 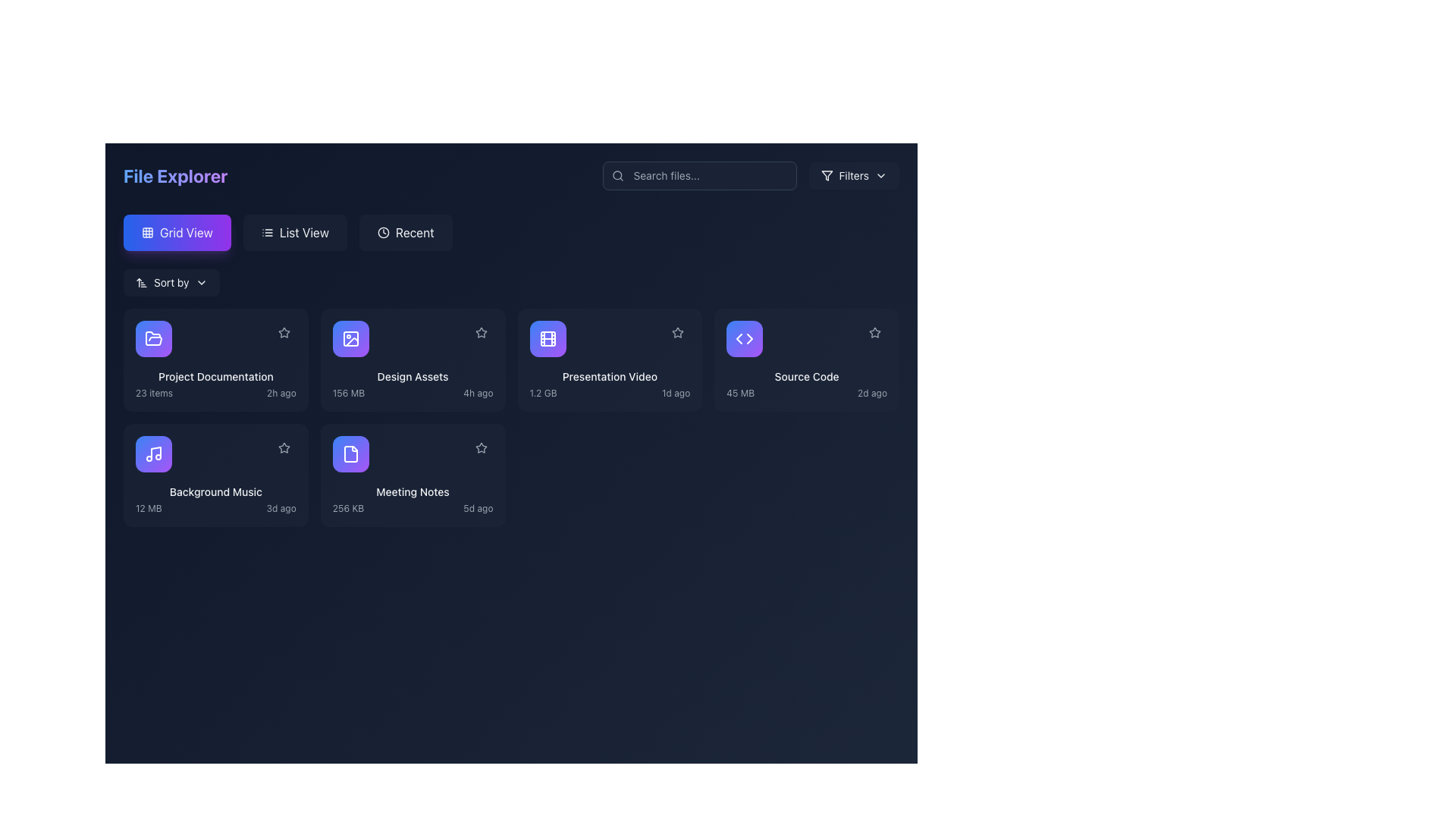 I want to click on the 'Filters' text label located in the top right section of the interface, so click(x=854, y=174).